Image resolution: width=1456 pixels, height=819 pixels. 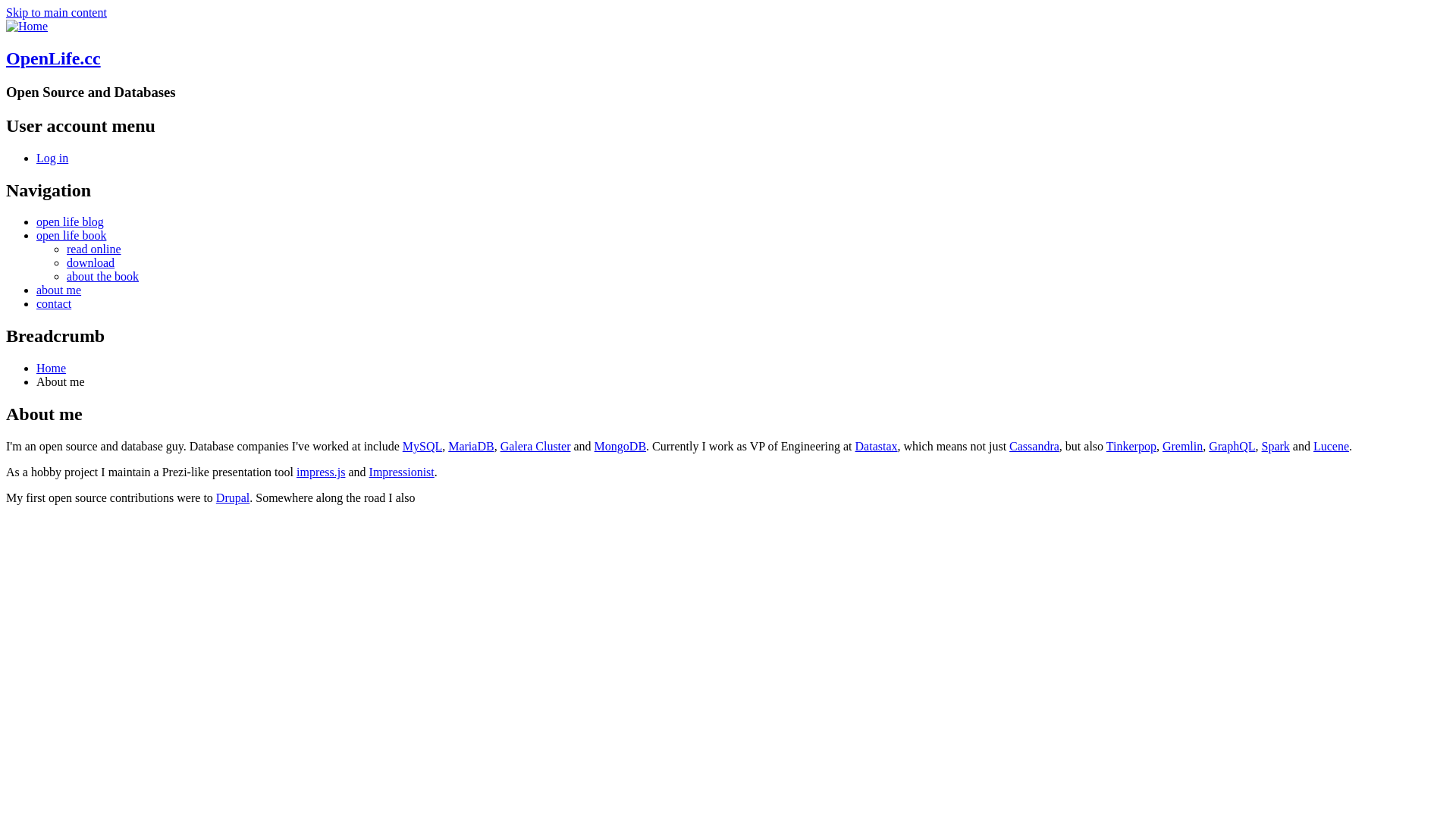 I want to click on 'impress.js', so click(x=319, y=471).